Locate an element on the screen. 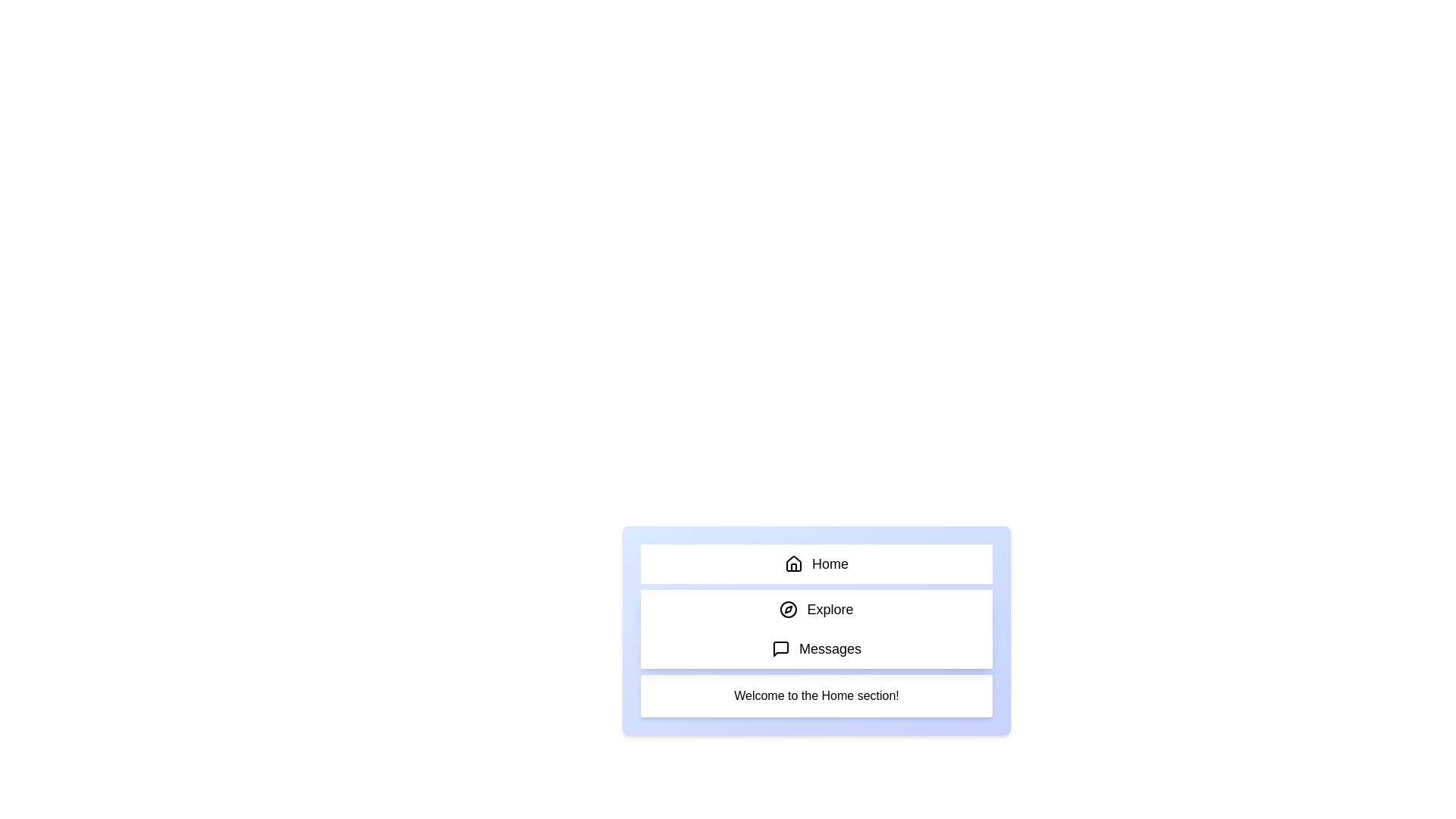 The width and height of the screenshot is (1456, 819). the Explore tab to switch to it is located at coordinates (815, 608).